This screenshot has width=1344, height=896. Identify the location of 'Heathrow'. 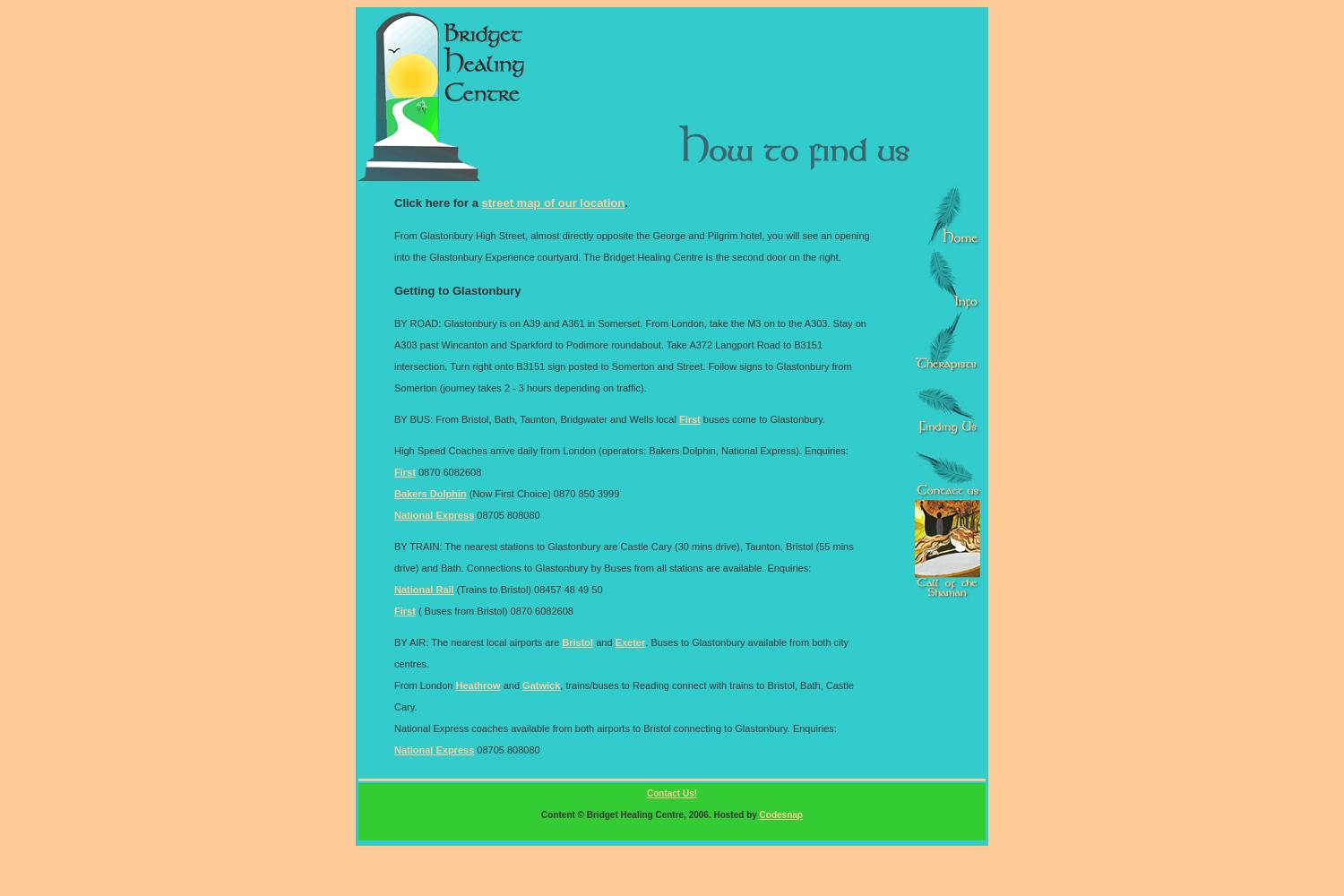
(477, 685).